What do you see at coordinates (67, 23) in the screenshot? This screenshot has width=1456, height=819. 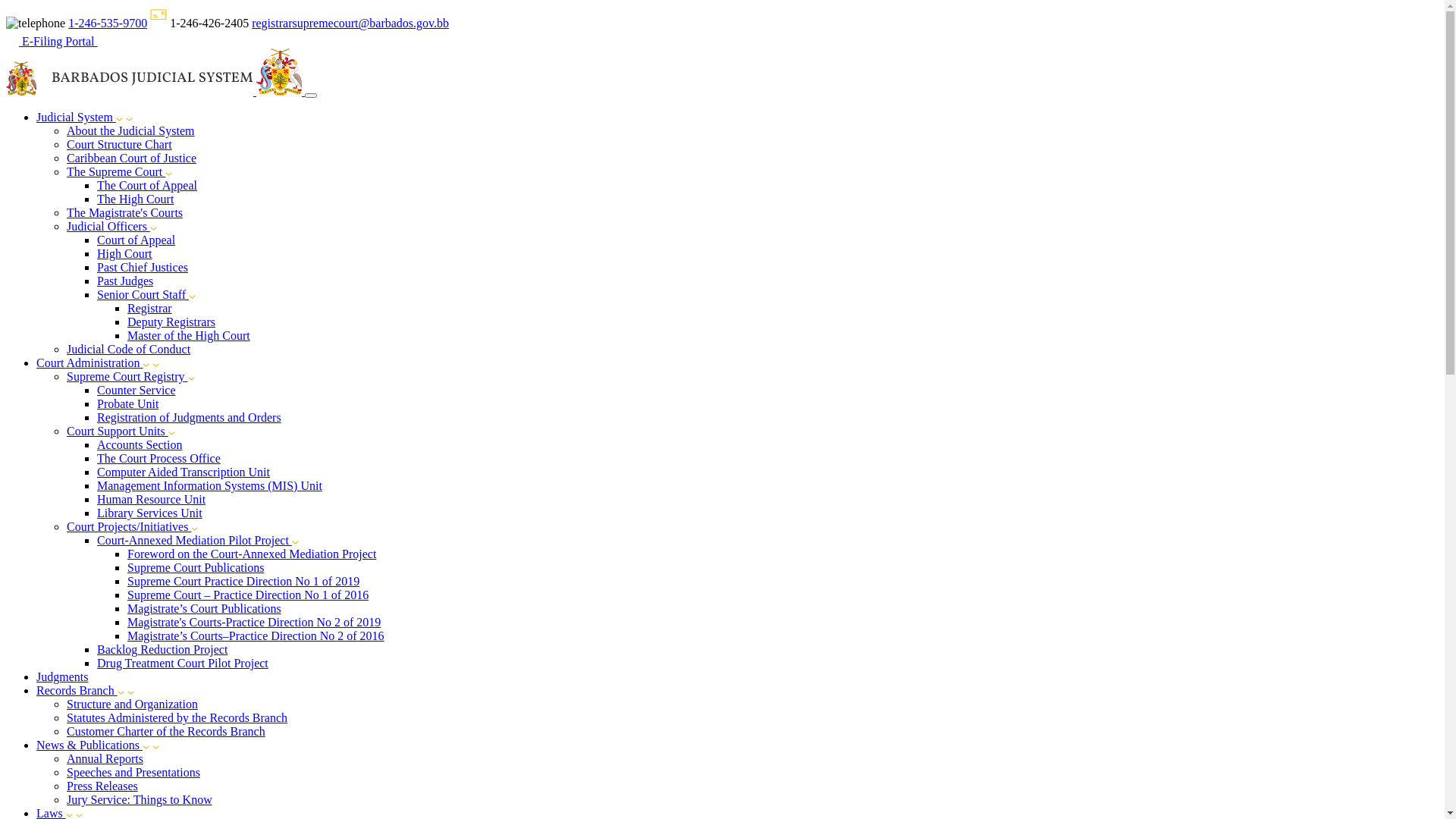 I see `'1-246-535-9700'` at bounding box center [67, 23].